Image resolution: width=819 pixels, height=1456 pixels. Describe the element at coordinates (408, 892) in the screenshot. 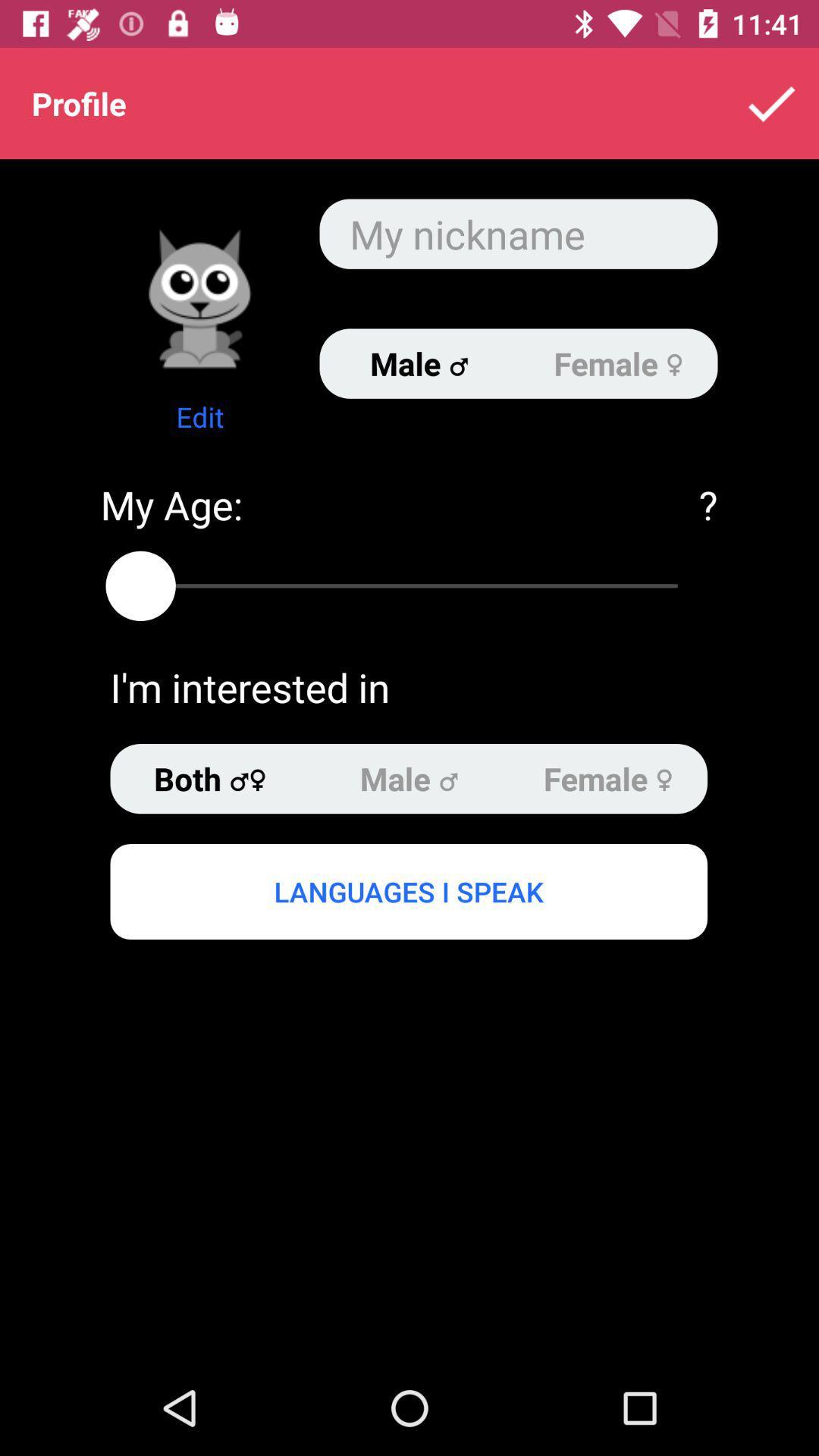

I see `the languages i speak` at that location.